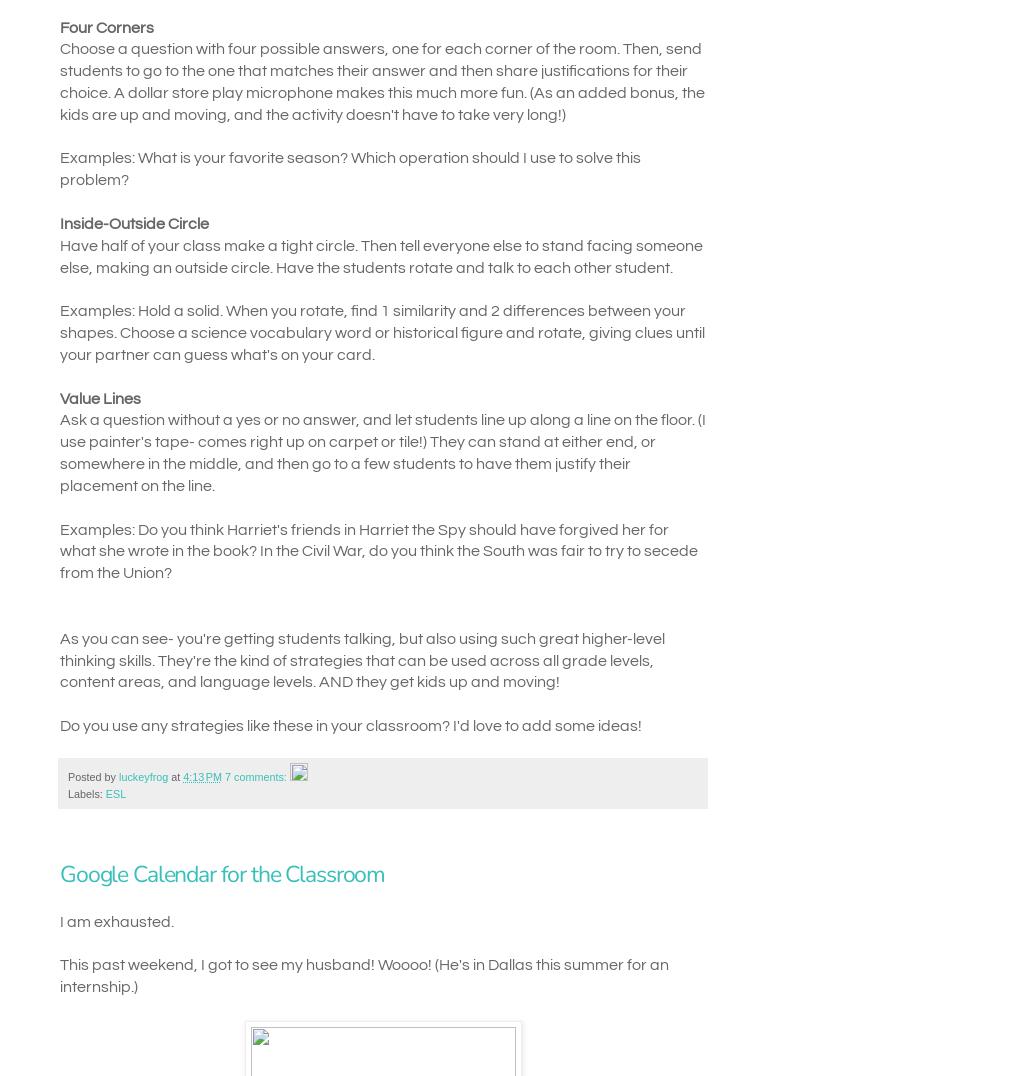 Image resolution: width=1028 pixels, height=1076 pixels. Describe the element at coordinates (177, 776) in the screenshot. I see `'at'` at that location.